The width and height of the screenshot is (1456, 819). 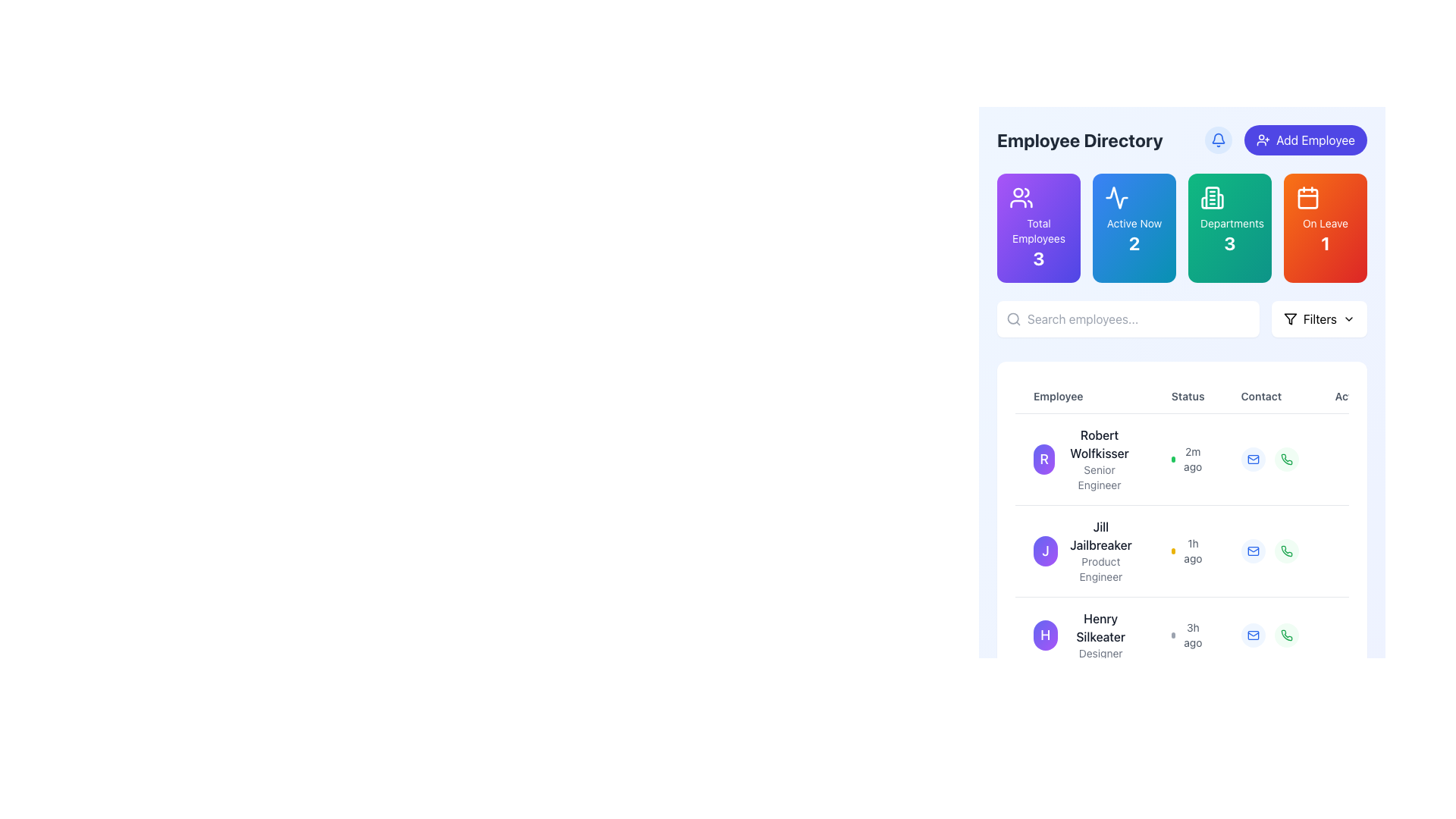 I want to click on the status update element displaying '2m ago' with a green circular icon, located in the 'Status' column of the employee table for Robert Wolfkisser, so click(x=1187, y=458).